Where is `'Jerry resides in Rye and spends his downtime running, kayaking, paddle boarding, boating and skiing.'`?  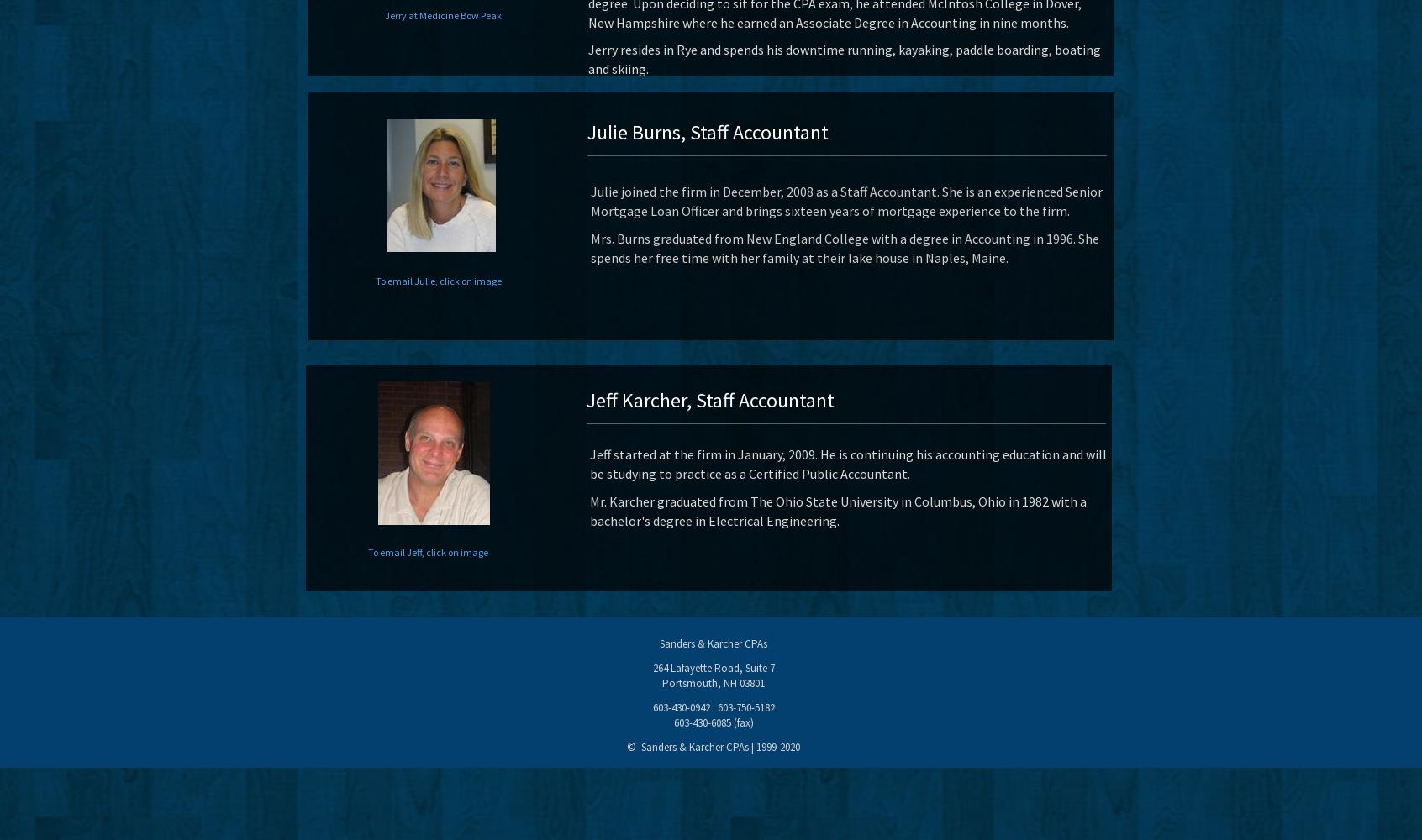 'Jerry resides in Rye and spends his downtime running, kayaking, paddle boarding, boating and skiing.' is located at coordinates (844, 58).